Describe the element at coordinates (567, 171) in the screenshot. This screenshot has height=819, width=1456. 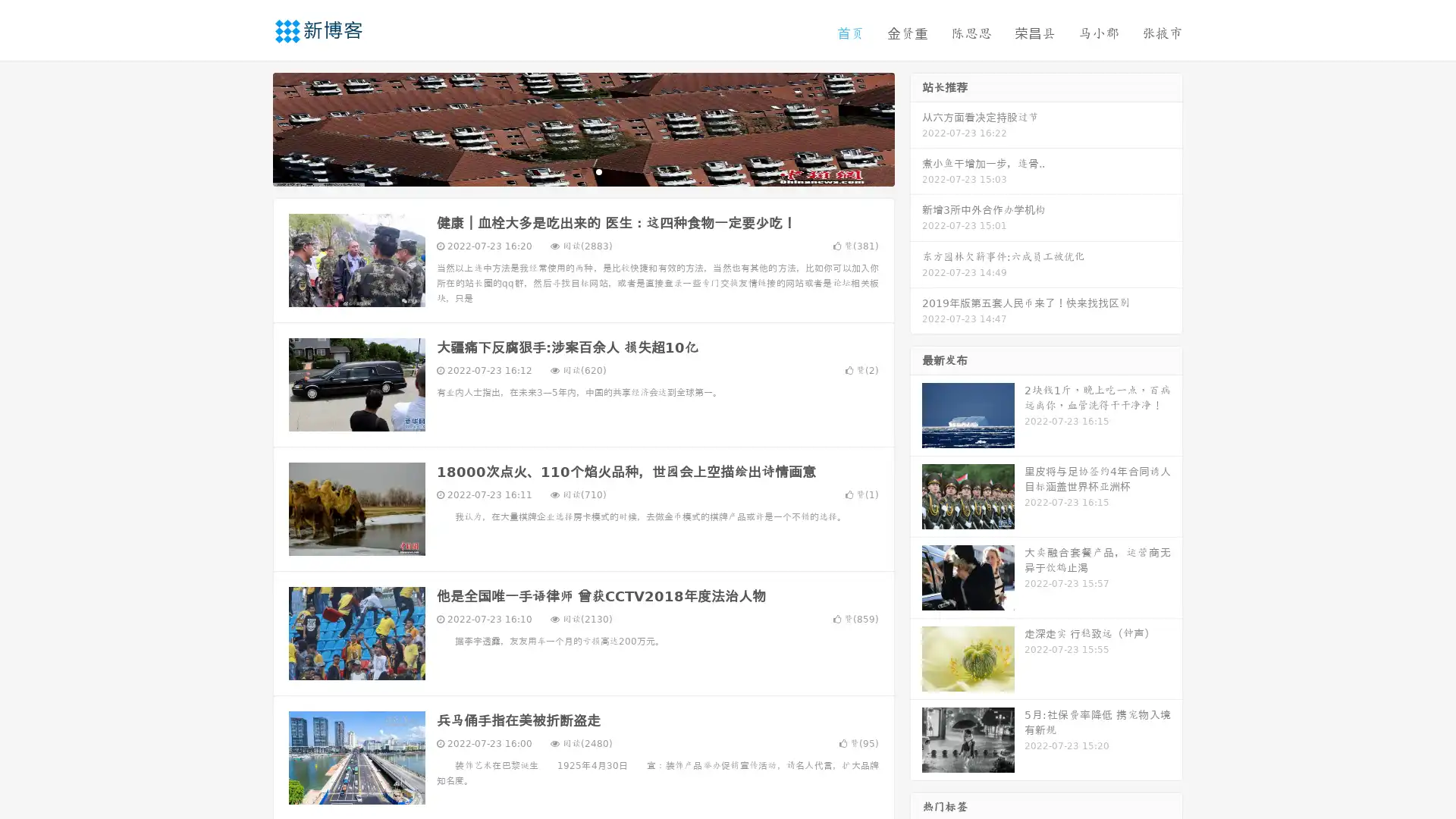
I see `Go to slide 1` at that location.